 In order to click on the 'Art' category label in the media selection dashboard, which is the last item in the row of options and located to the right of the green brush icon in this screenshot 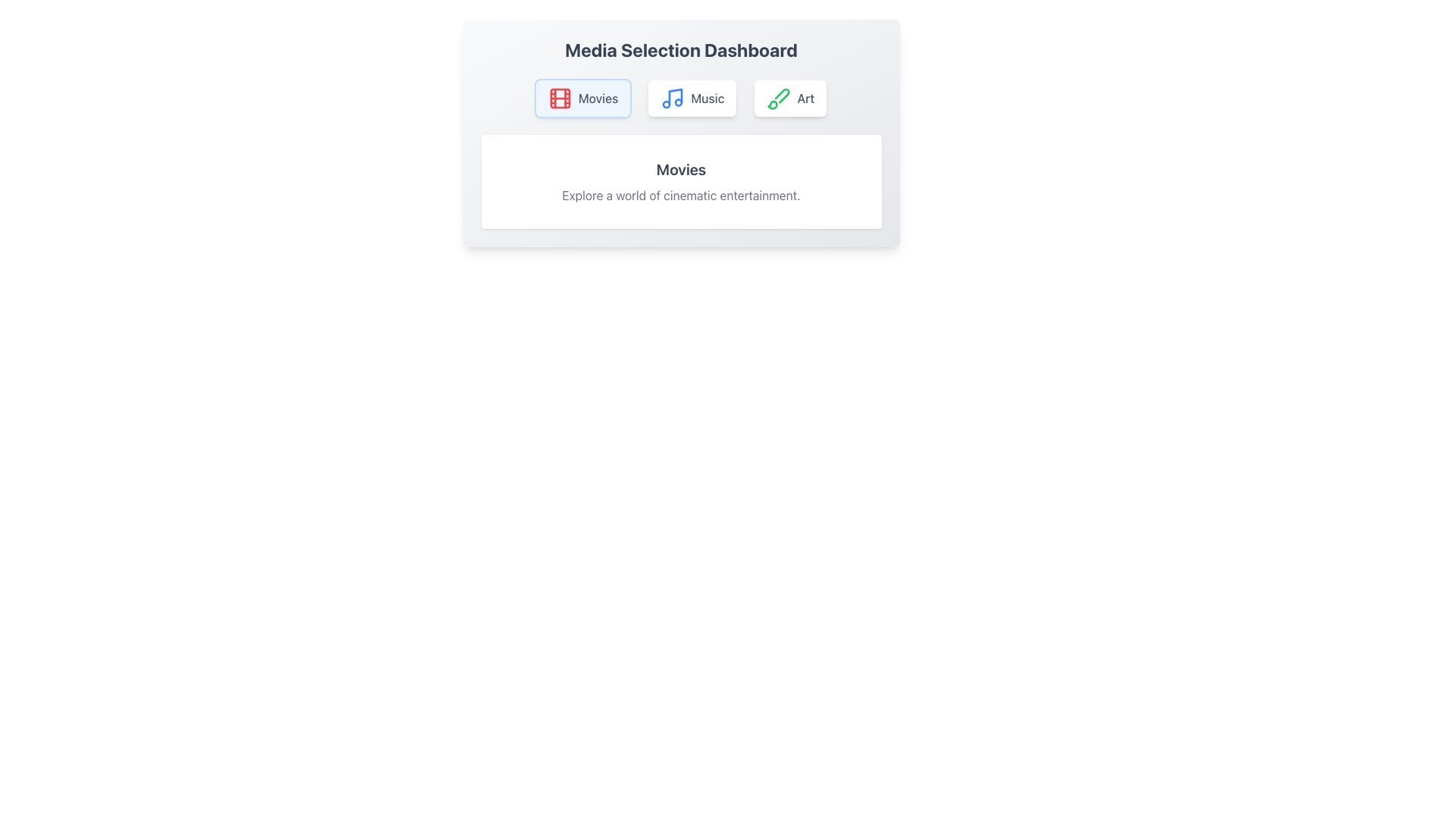, I will do `click(805, 99)`.